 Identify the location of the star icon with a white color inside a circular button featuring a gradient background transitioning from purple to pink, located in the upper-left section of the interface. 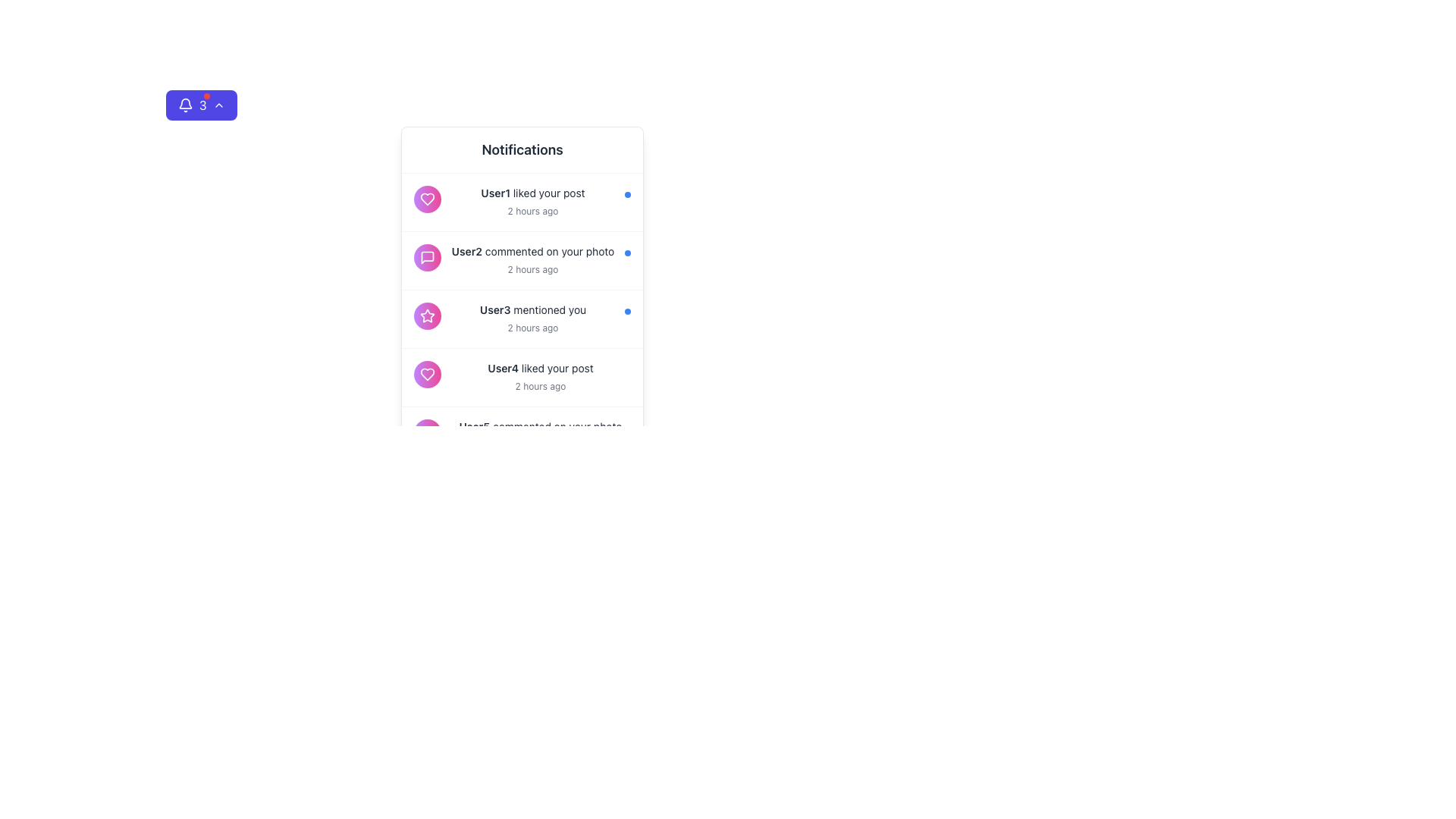
(427, 315).